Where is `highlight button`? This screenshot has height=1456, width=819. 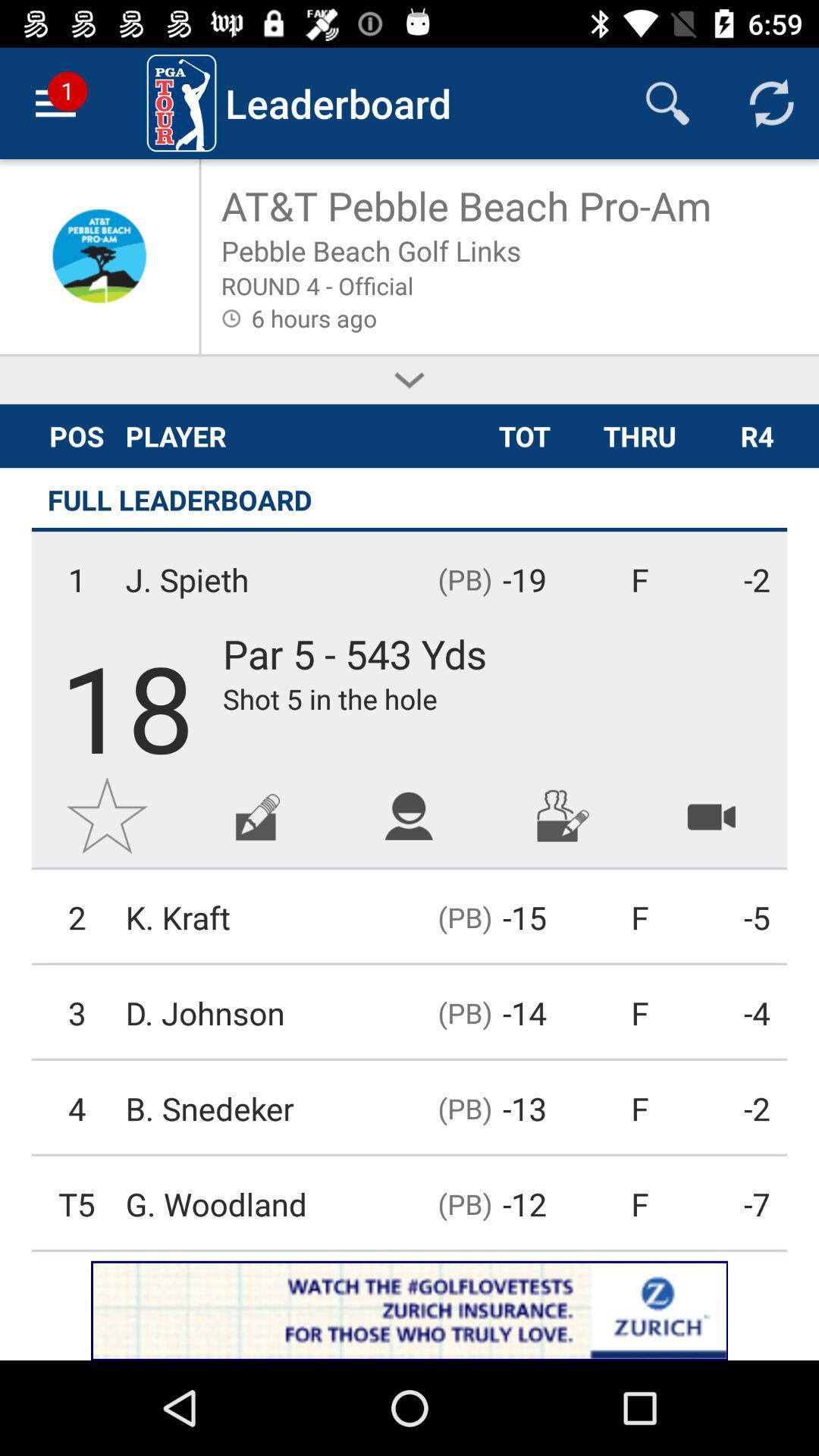 highlight button is located at coordinates (711, 814).